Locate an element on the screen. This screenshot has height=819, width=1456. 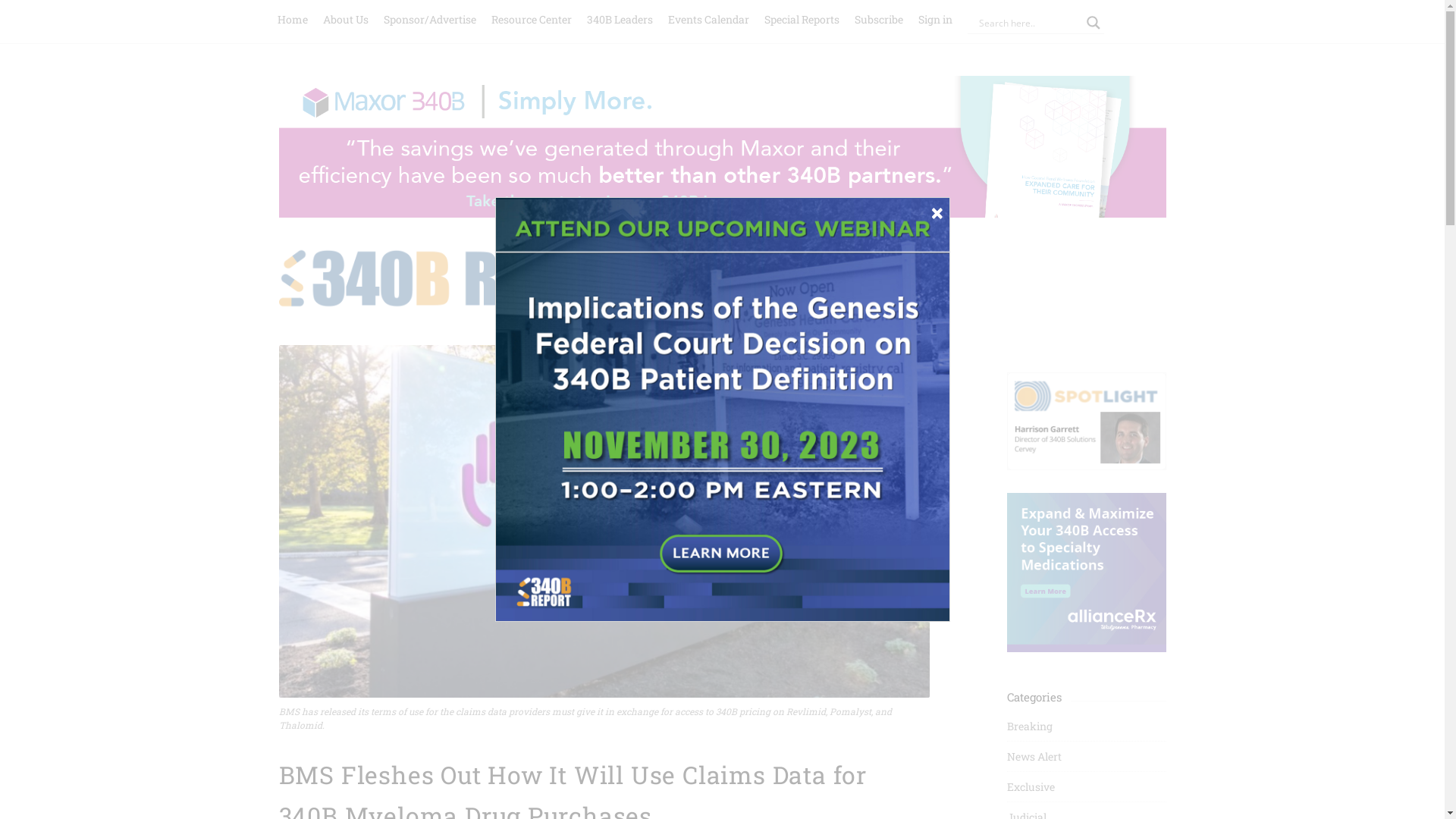
'Events Calendar' is located at coordinates (707, 18).